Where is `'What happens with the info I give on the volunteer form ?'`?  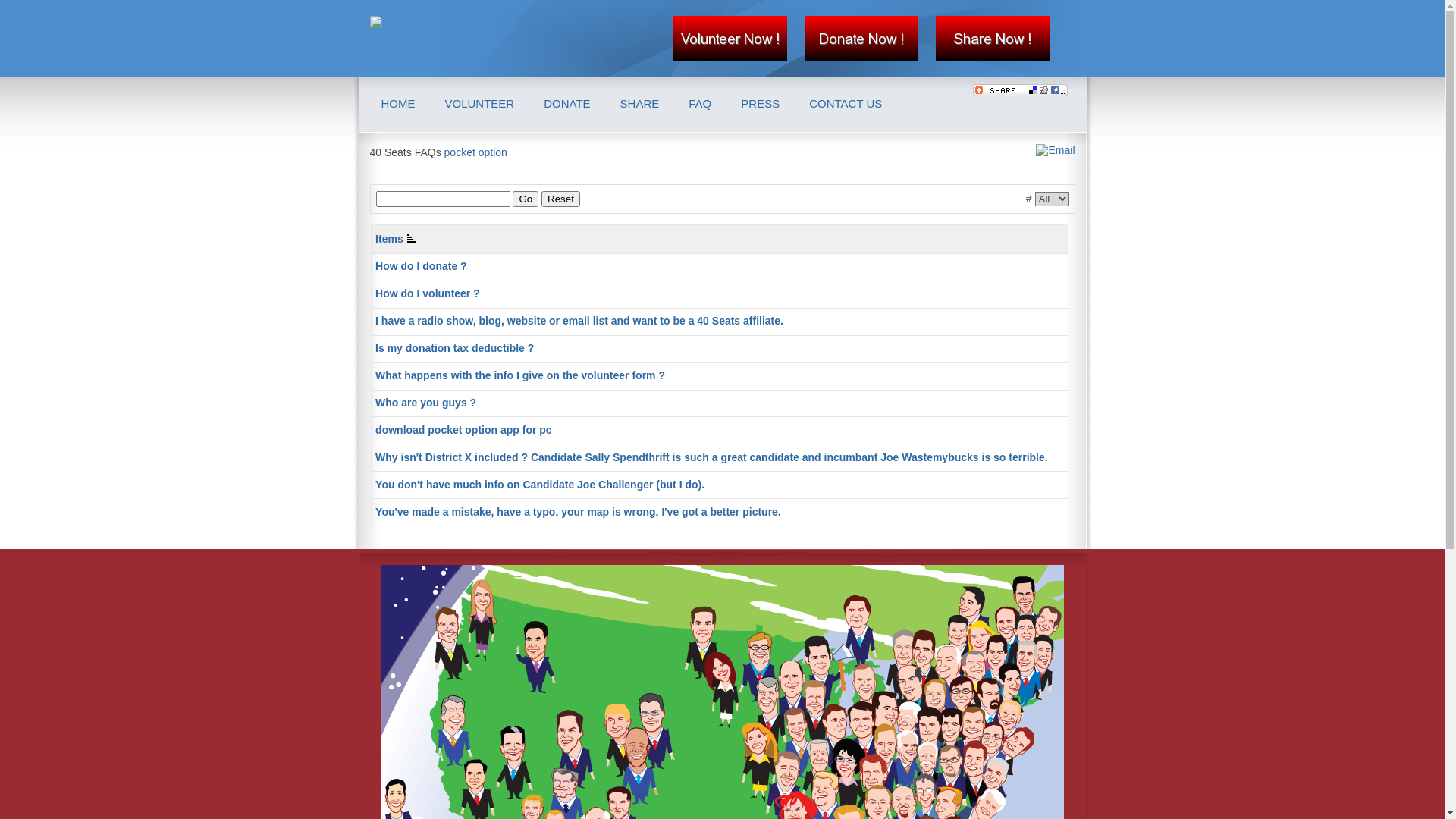
'What happens with the info I give on the volunteer form ?' is located at coordinates (520, 375).